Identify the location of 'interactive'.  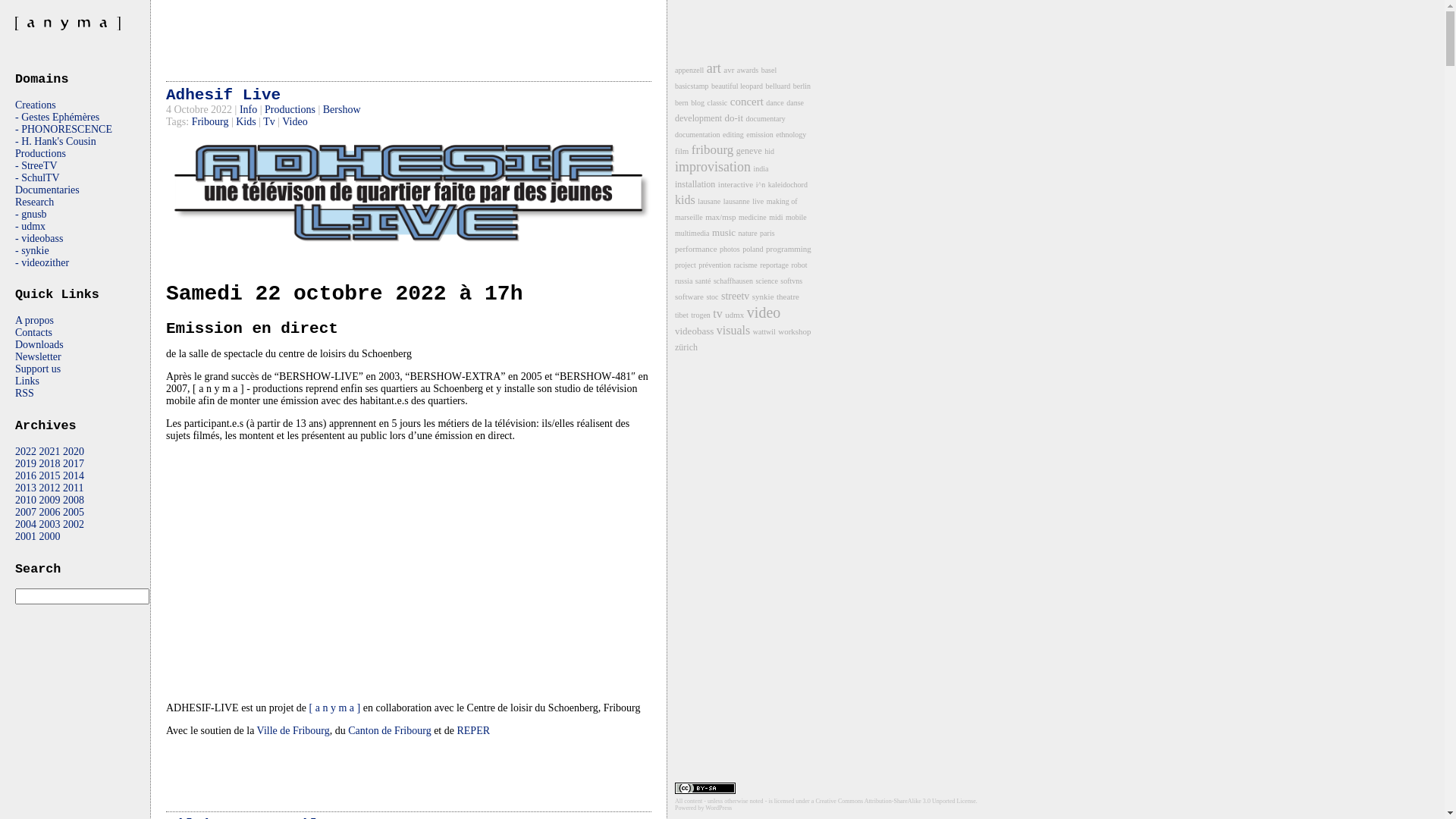
(735, 184).